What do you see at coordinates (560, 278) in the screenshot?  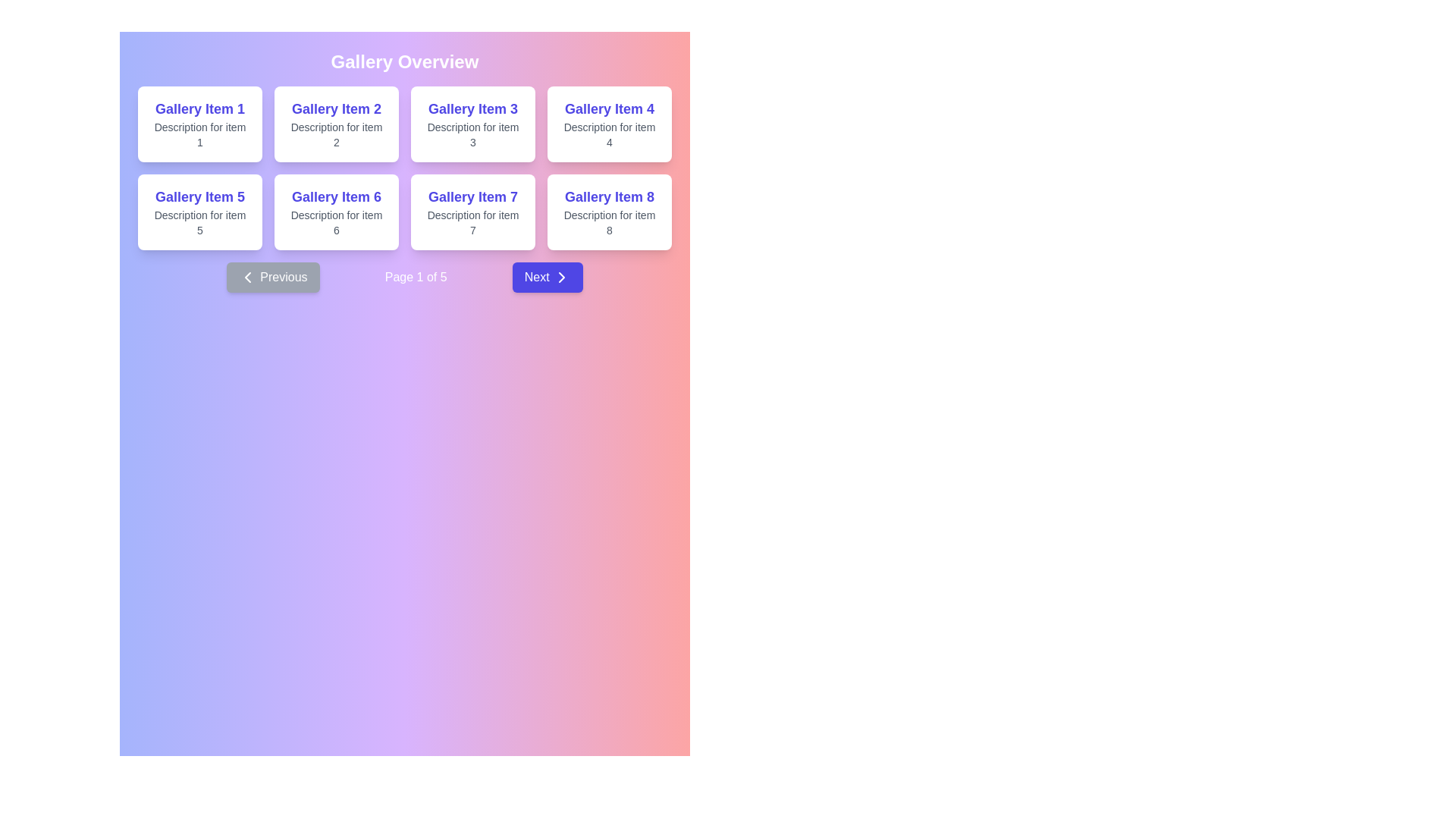 I see `the right arrow icon within the 'Next' button` at bounding box center [560, 278].